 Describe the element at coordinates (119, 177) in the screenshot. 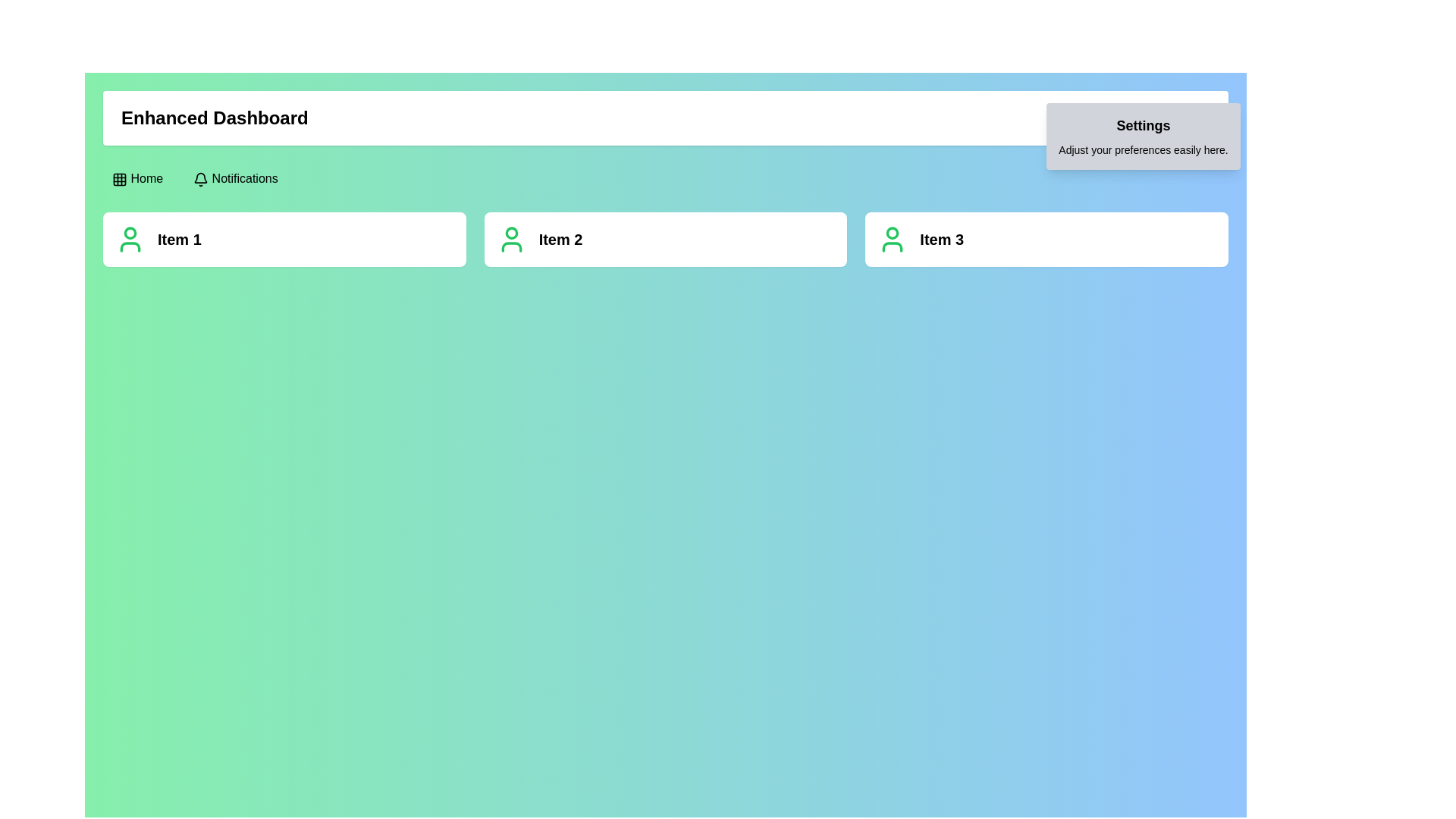

I see `the center square grid cell with rounded corners and a green fill color located in the top-left corner of the interface` at that location.